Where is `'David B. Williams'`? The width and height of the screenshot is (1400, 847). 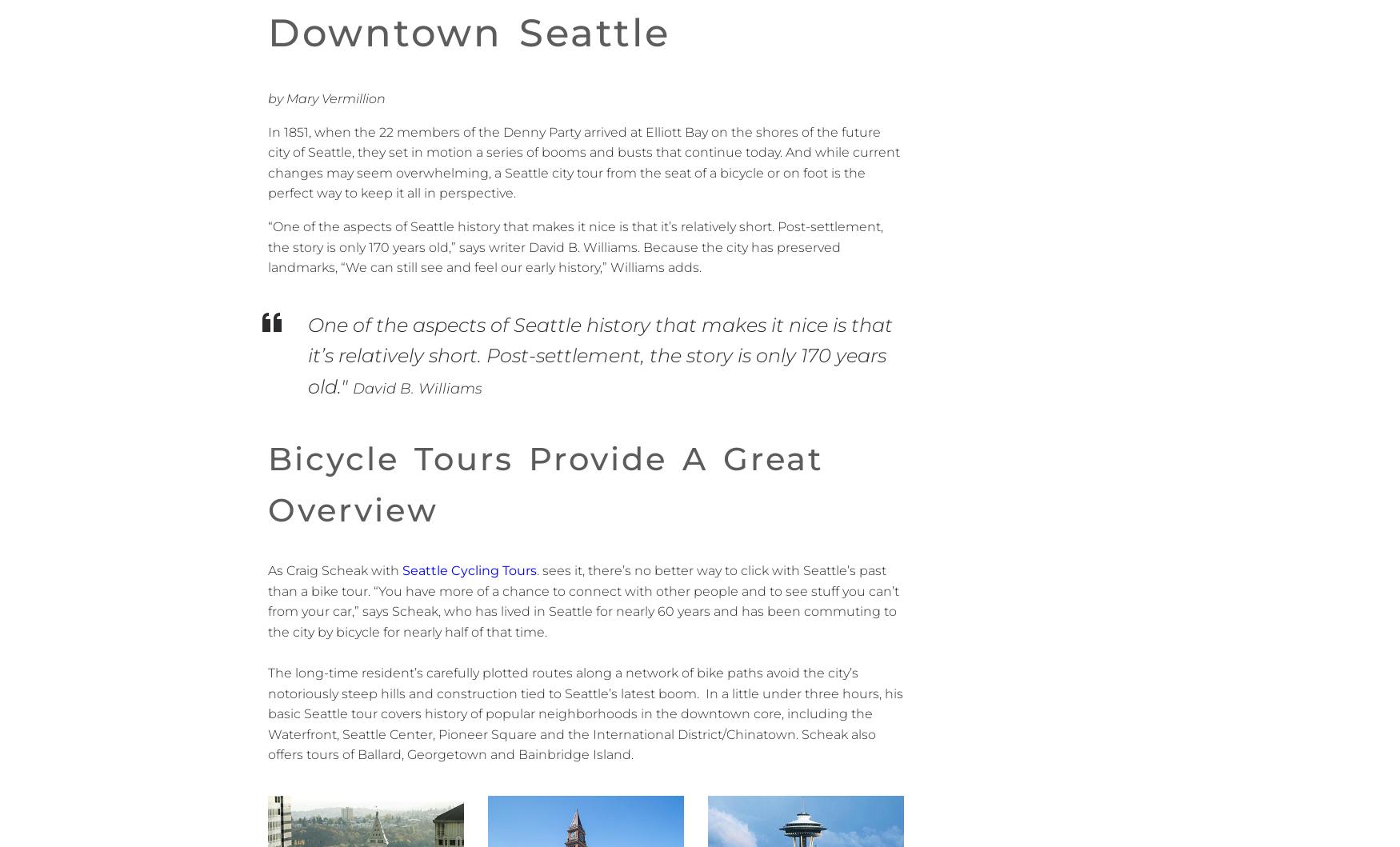
'David B. Williams' is located at coordinates (417, 388).